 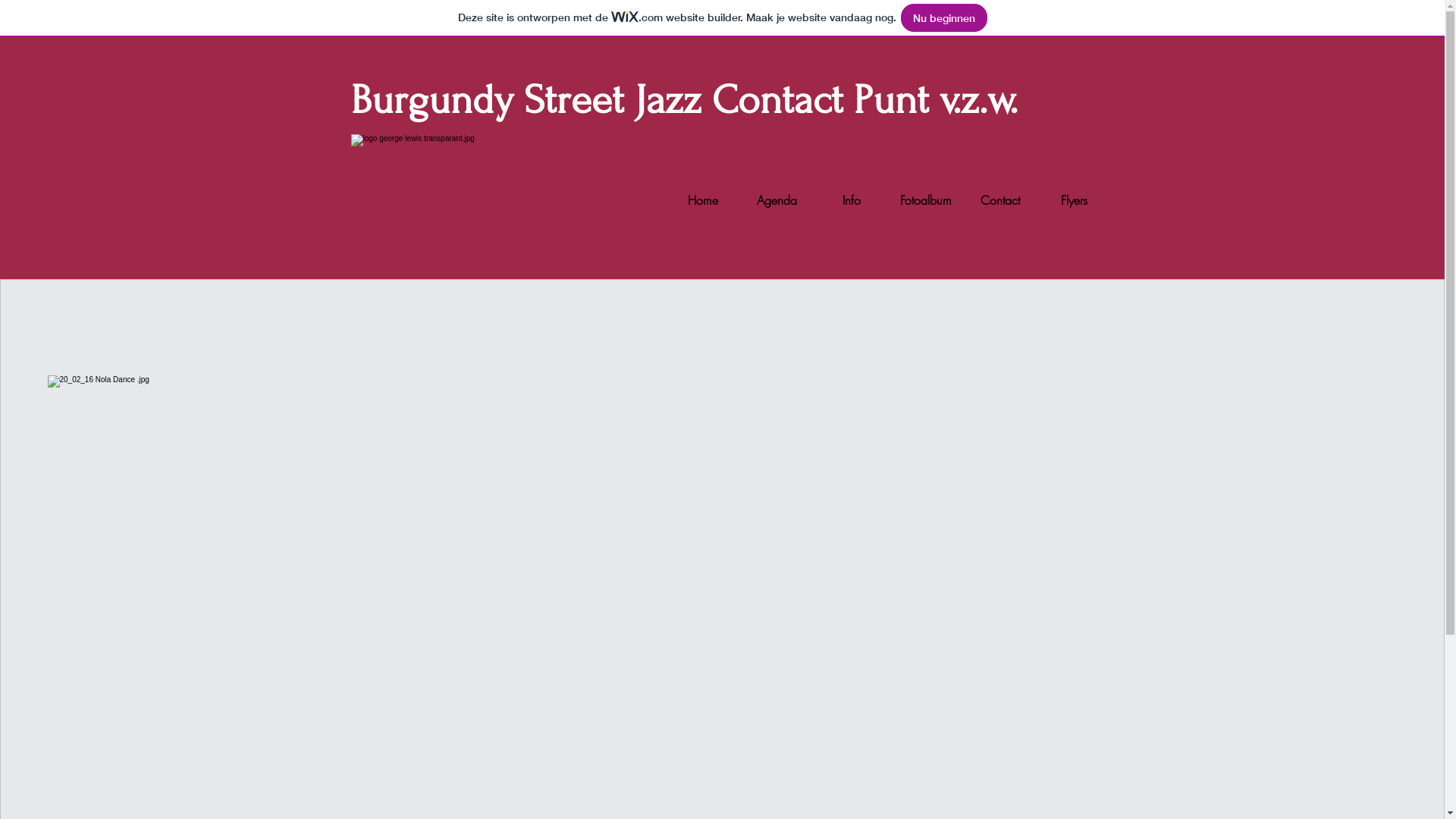 What do you see at coordinates (701, 199) in the screenshot?
I see `'Home'` at bounding box center [701, 199].